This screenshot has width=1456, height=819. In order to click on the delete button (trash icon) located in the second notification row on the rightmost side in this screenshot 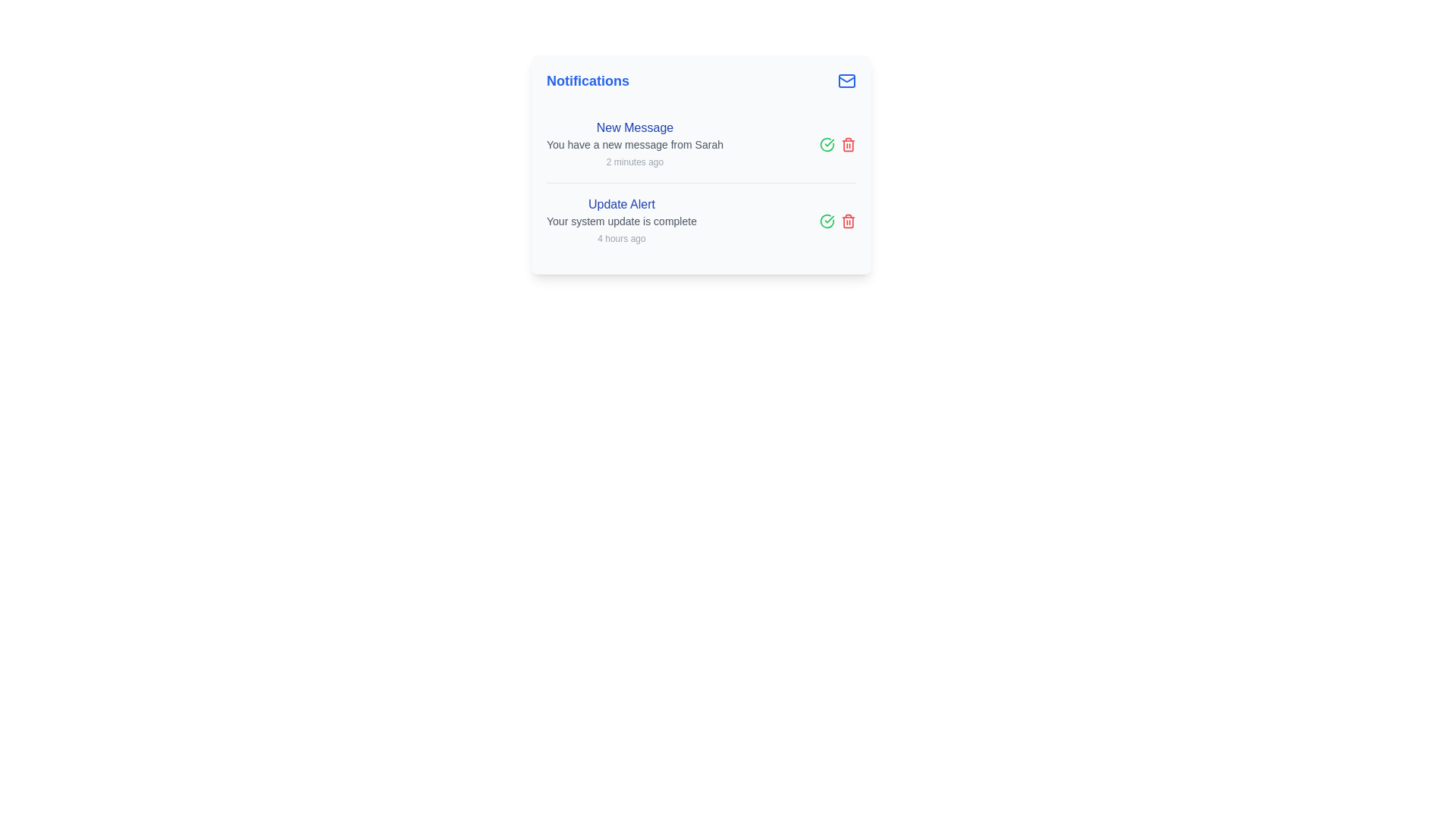, I will do `click(847, 145)`.